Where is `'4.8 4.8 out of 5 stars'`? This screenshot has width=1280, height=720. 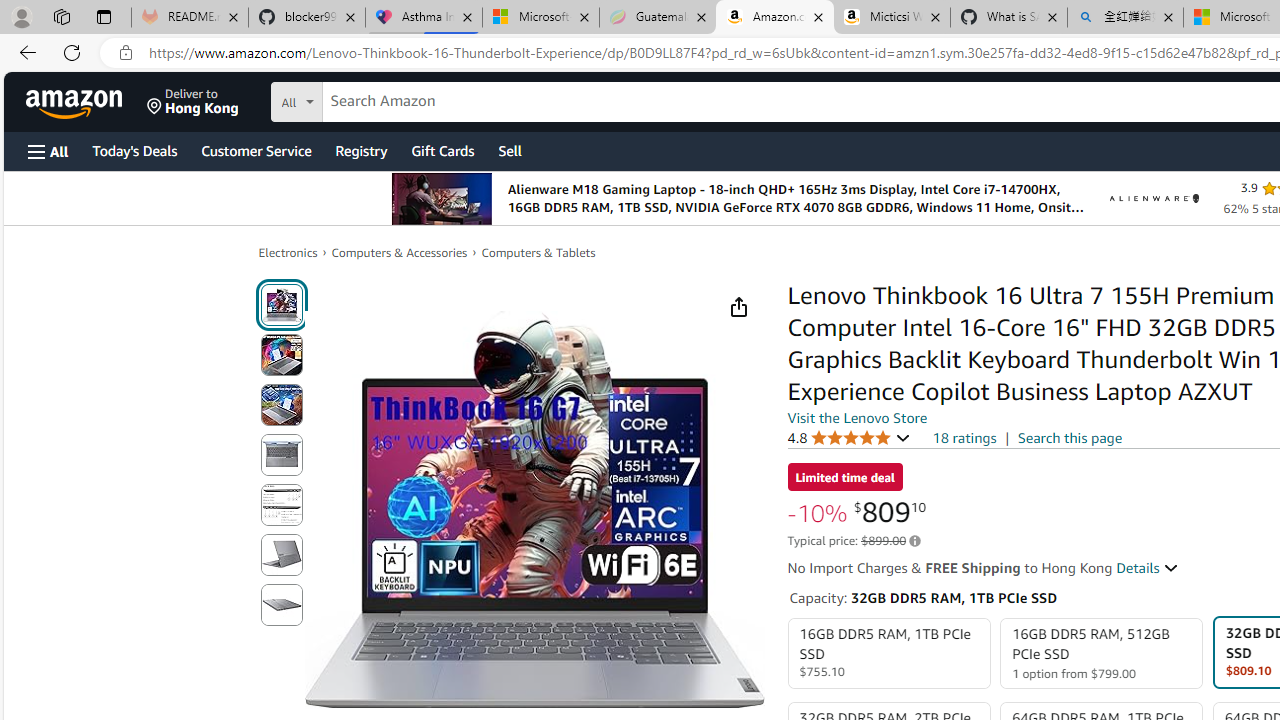
'4.8 4.8 out of 5 stars' is located at coordinates (849, 436).